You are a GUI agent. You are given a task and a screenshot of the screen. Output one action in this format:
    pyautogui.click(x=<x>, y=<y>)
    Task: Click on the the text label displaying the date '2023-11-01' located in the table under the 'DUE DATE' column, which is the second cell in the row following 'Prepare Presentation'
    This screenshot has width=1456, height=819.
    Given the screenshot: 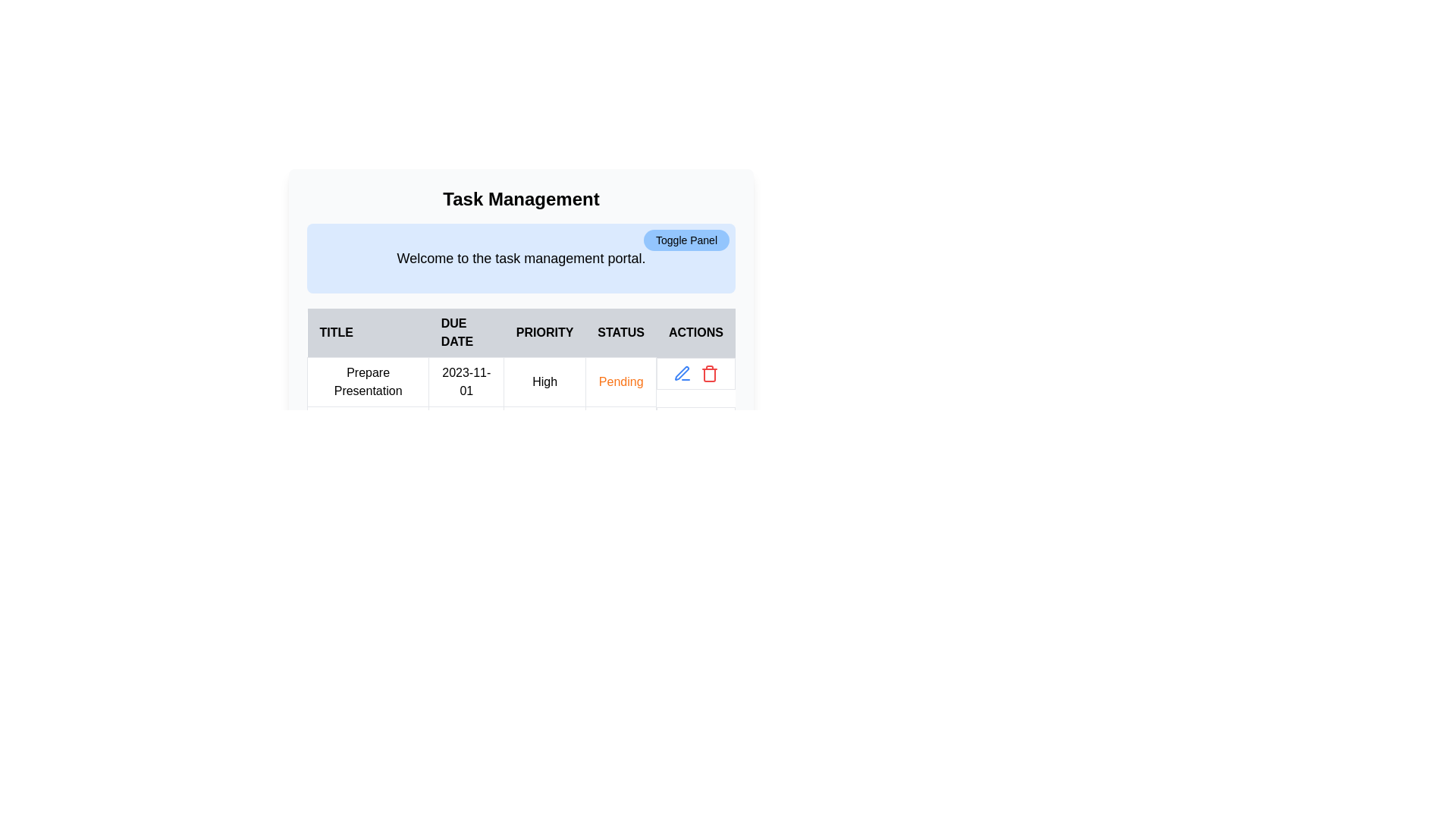 What is the action you would take?
    pyautogui.click(x=466, y=381)
    